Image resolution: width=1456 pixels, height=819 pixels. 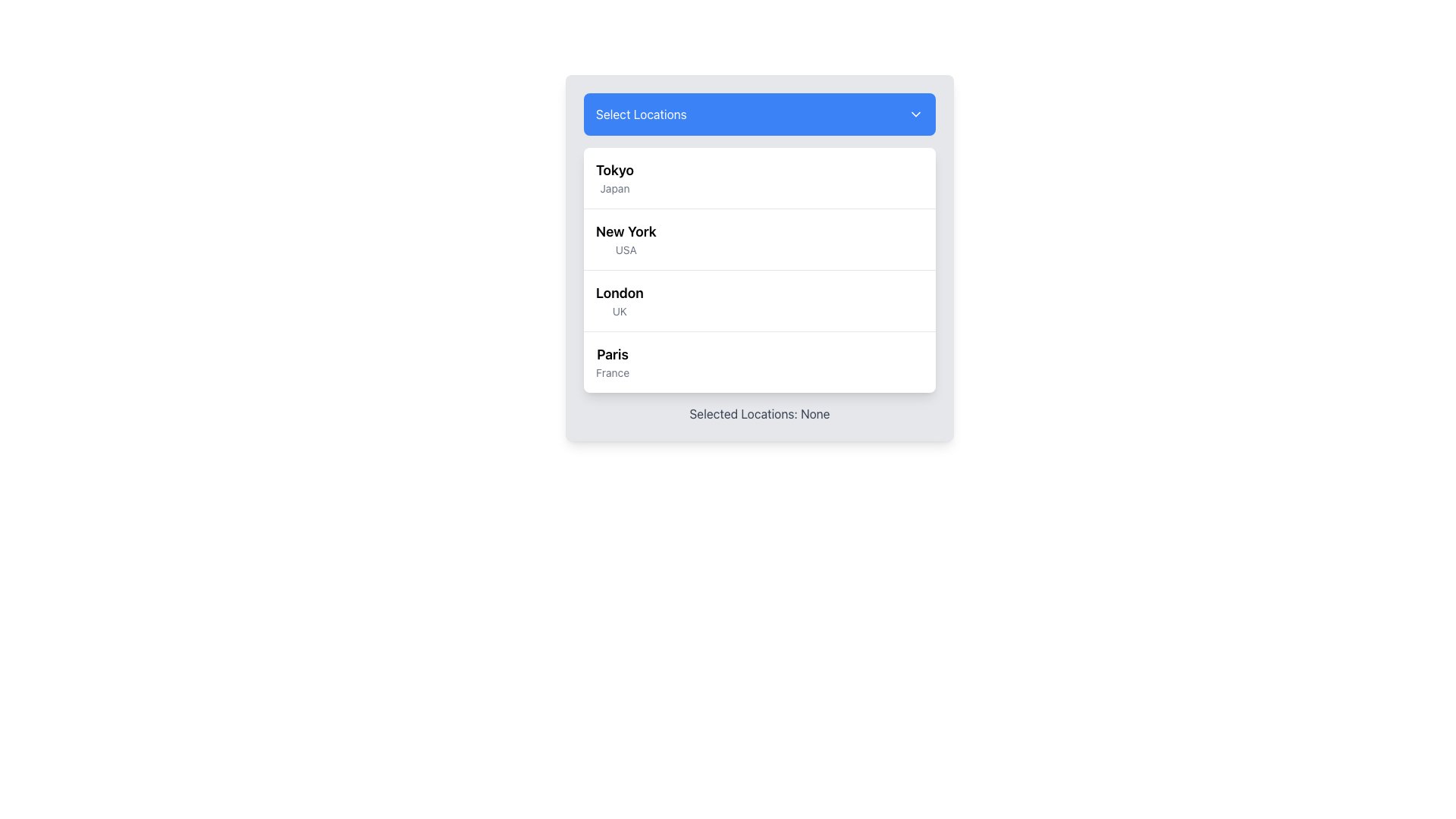 What do you see at coordinates (760, 113) in the screenshot?
I see `the Dropdown Toggle Button located at the top of the card-like structure` at bounding box center [760, 113].